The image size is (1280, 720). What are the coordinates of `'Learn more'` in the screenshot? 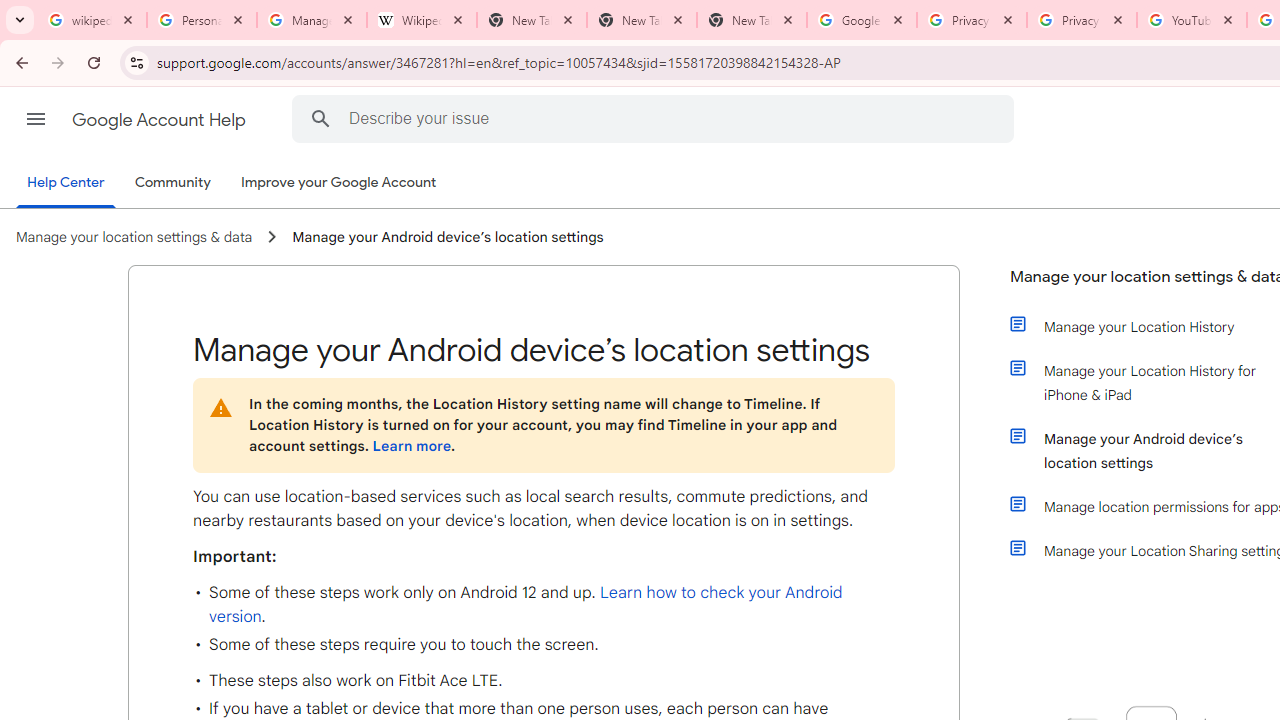 It's located at (410, 445).